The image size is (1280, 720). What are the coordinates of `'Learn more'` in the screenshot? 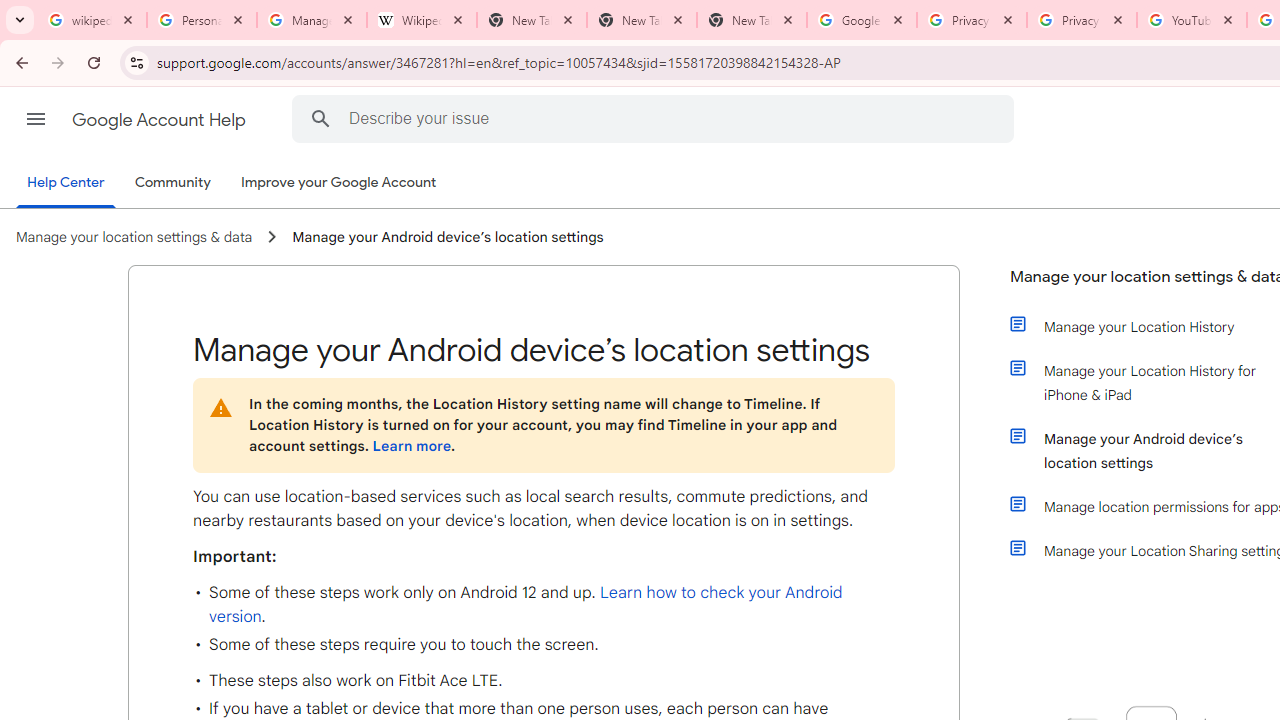 It's located at (410, 445).